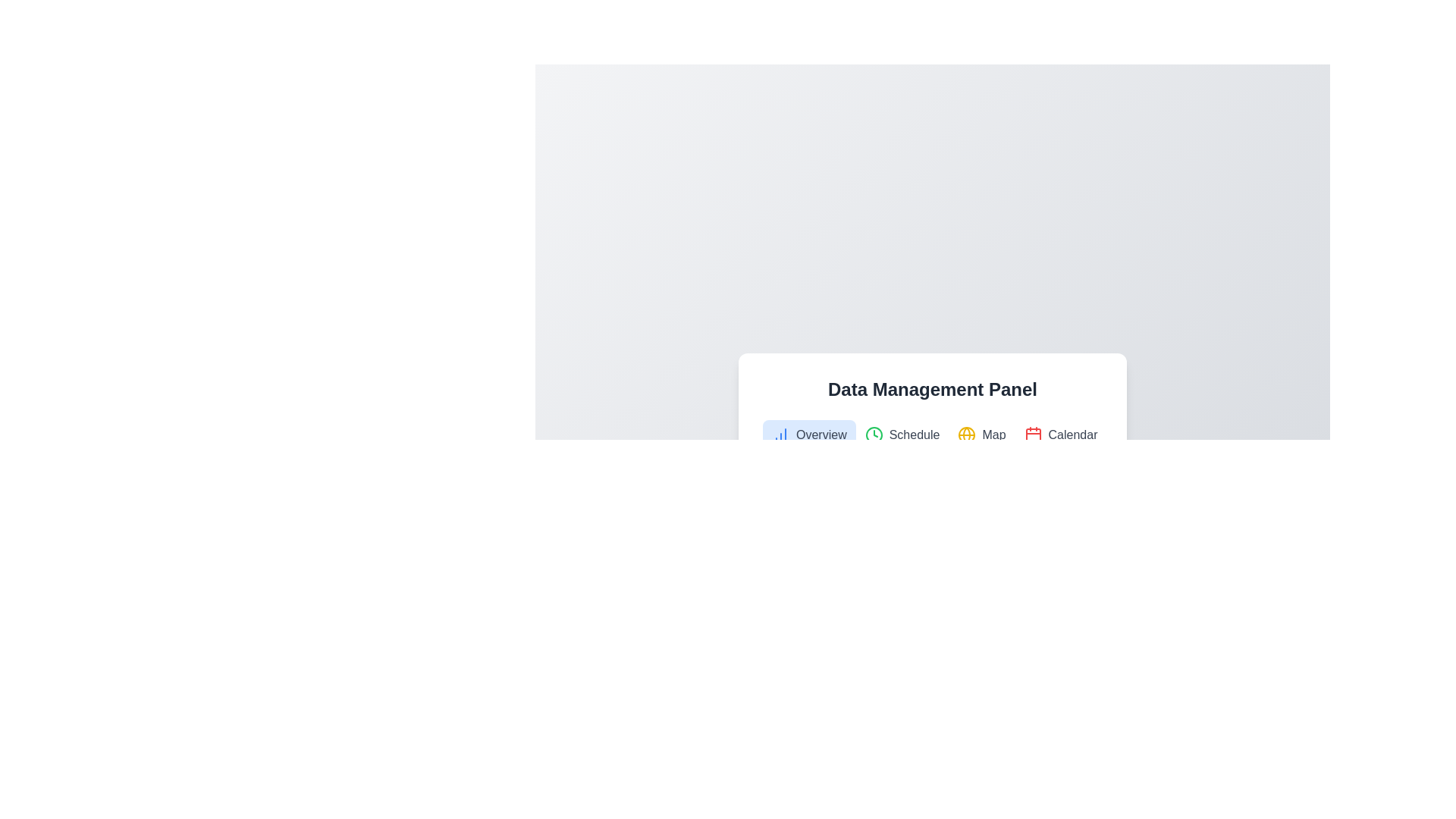 The height and width of the screenshot is (819, 1456). Describe the element at coordinates (1032, 435) in the screenshot. I see `the red outlined calendar icon located in the navigation bar to the left of the 'Calendar' text` at that location.